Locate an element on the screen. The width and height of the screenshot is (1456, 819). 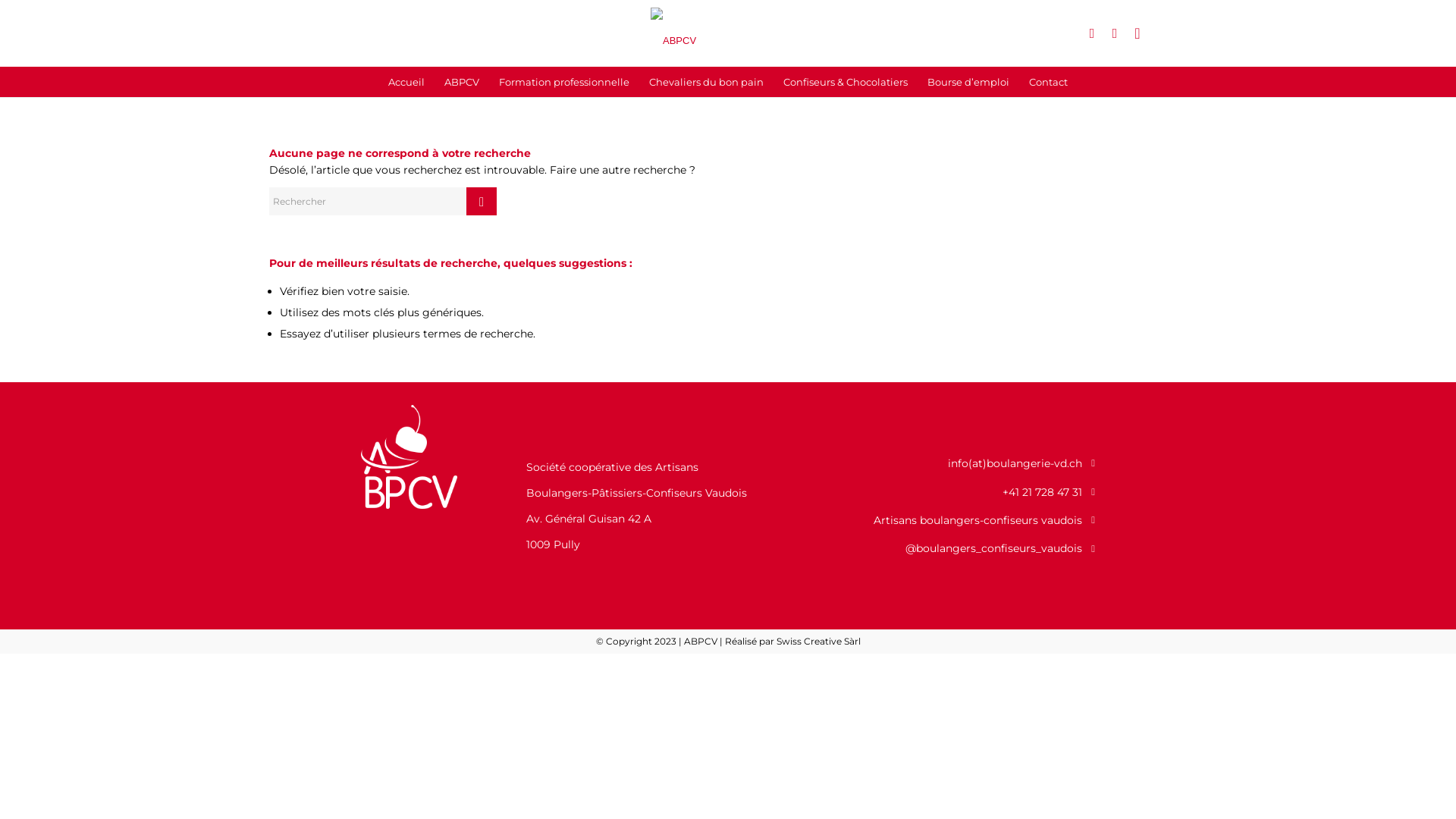
'+41 21 728 47 31' is located at coordinates (956, 491).